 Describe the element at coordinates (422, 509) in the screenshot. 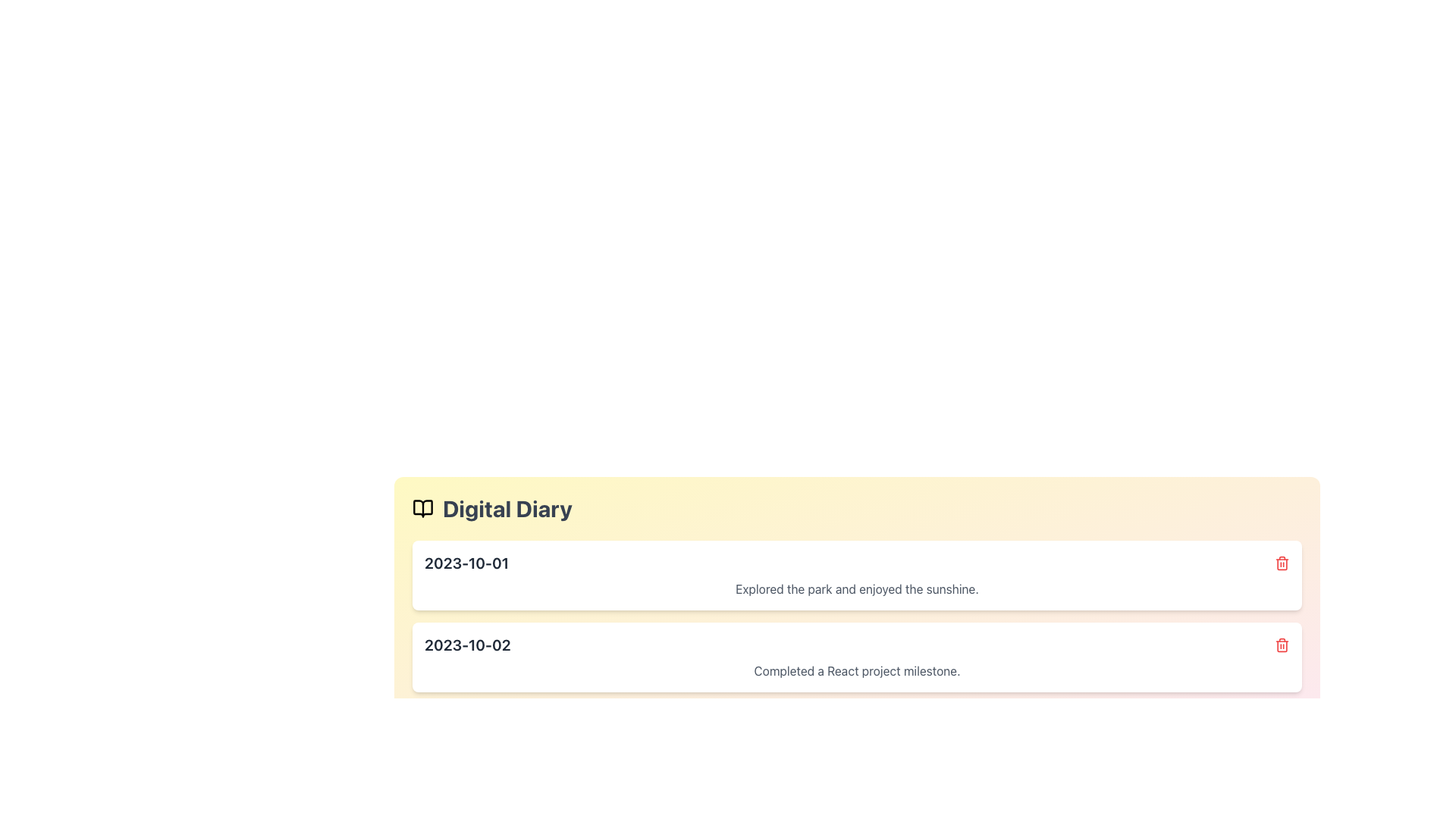

I see `the open book icon with a thin black outline located to the left of the 'Digital Diary' text` at that location.